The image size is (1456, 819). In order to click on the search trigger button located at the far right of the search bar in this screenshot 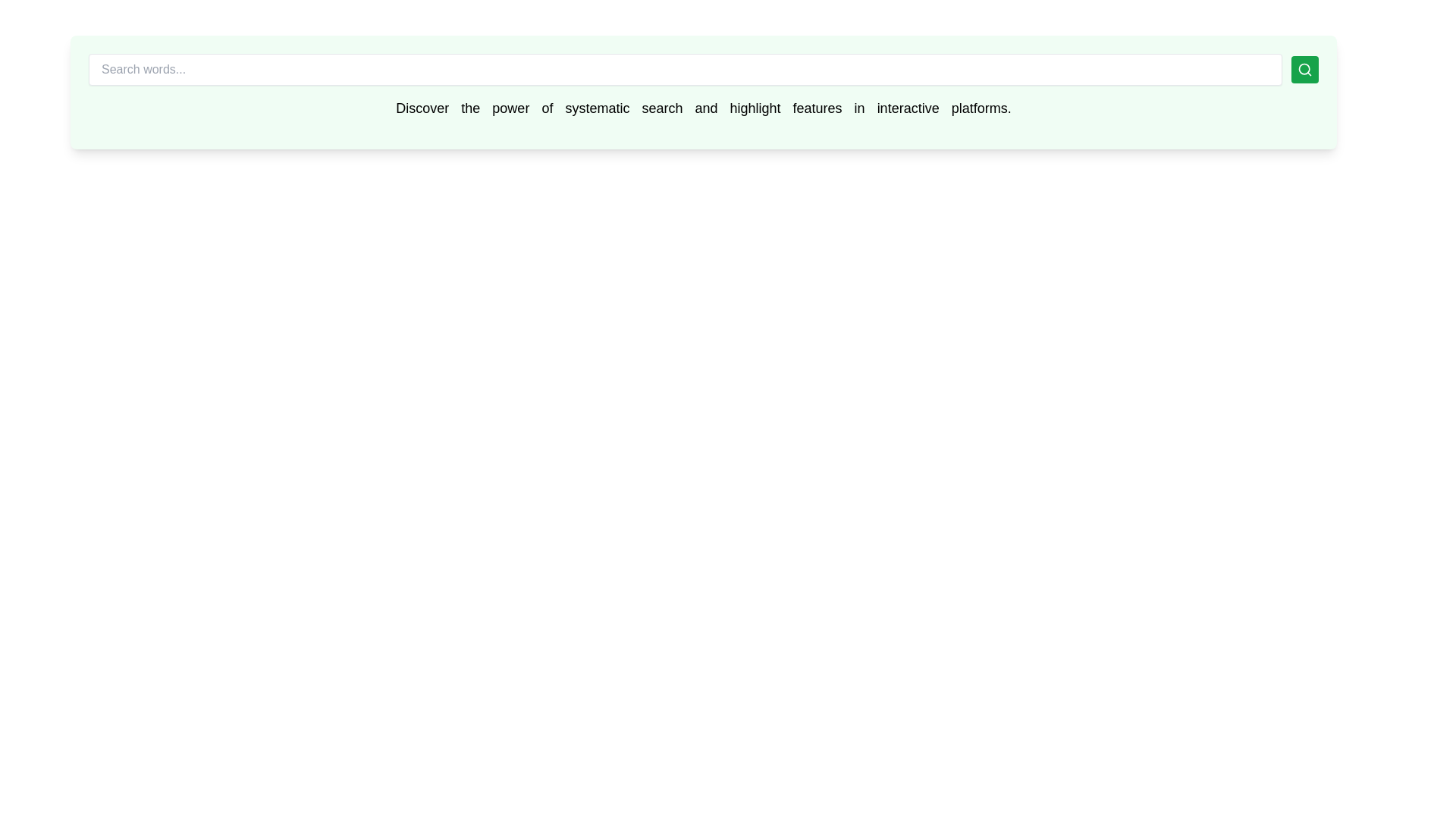, I will do `click(1304, 70)`.